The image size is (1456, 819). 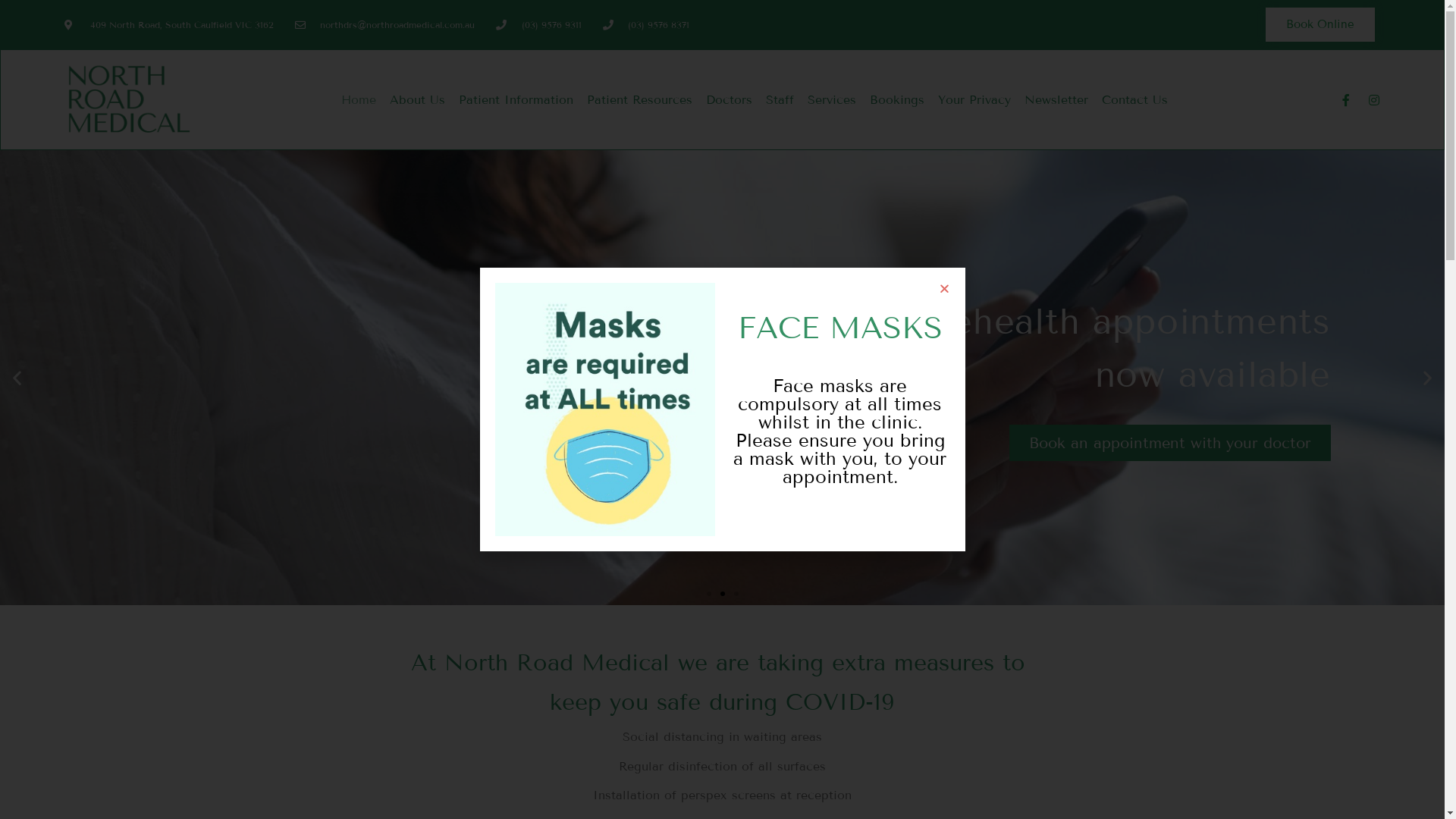 I want to click on '(03) 9576 8371', so click(x=646, y=25).